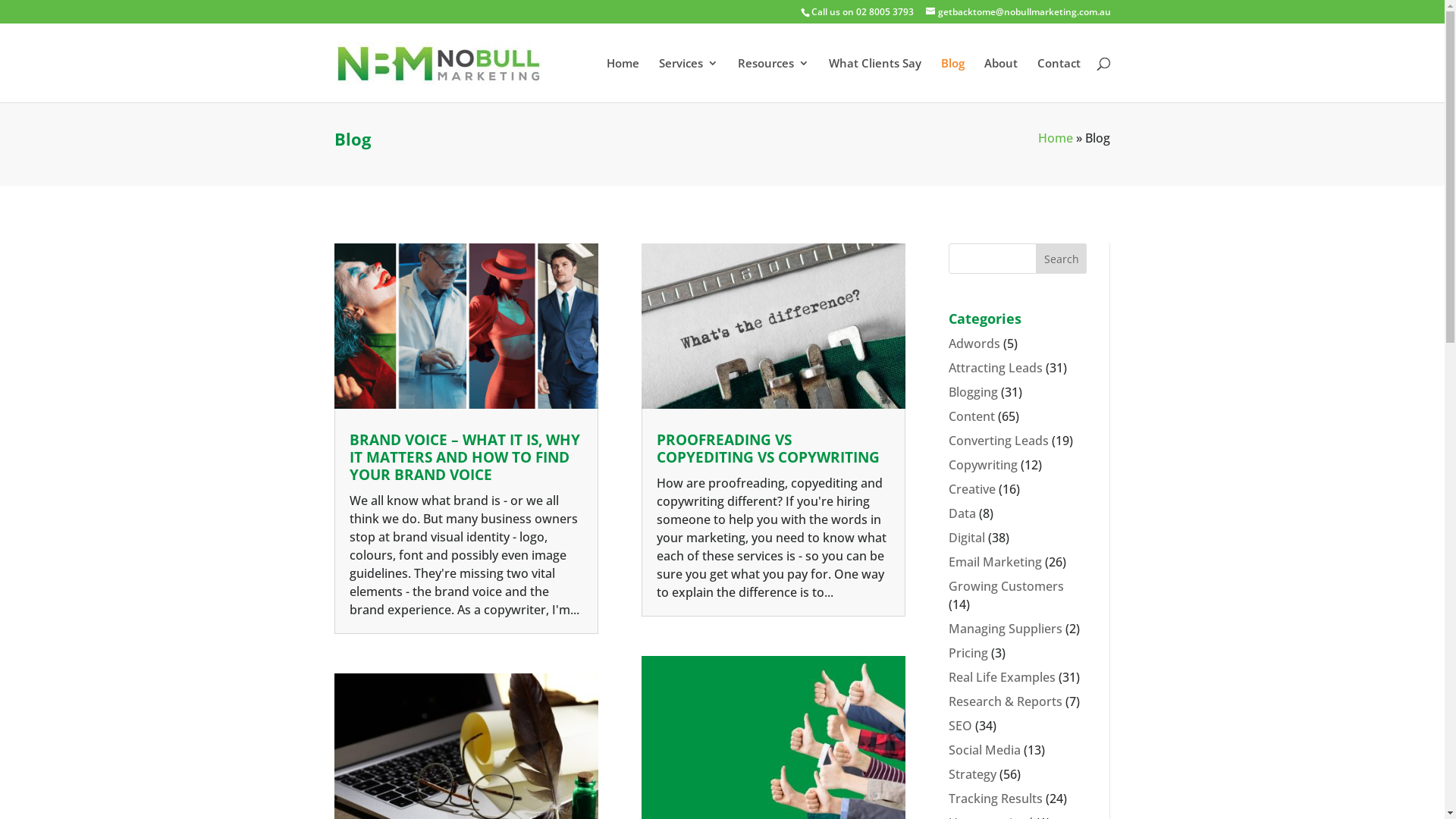 Image resolution: width=1456 pixels, height=819 pixels. What do you see at coordinates (1006, 585) in the screenshot?
I see `'Growing Customers'` at bounding box center [1006, 585].